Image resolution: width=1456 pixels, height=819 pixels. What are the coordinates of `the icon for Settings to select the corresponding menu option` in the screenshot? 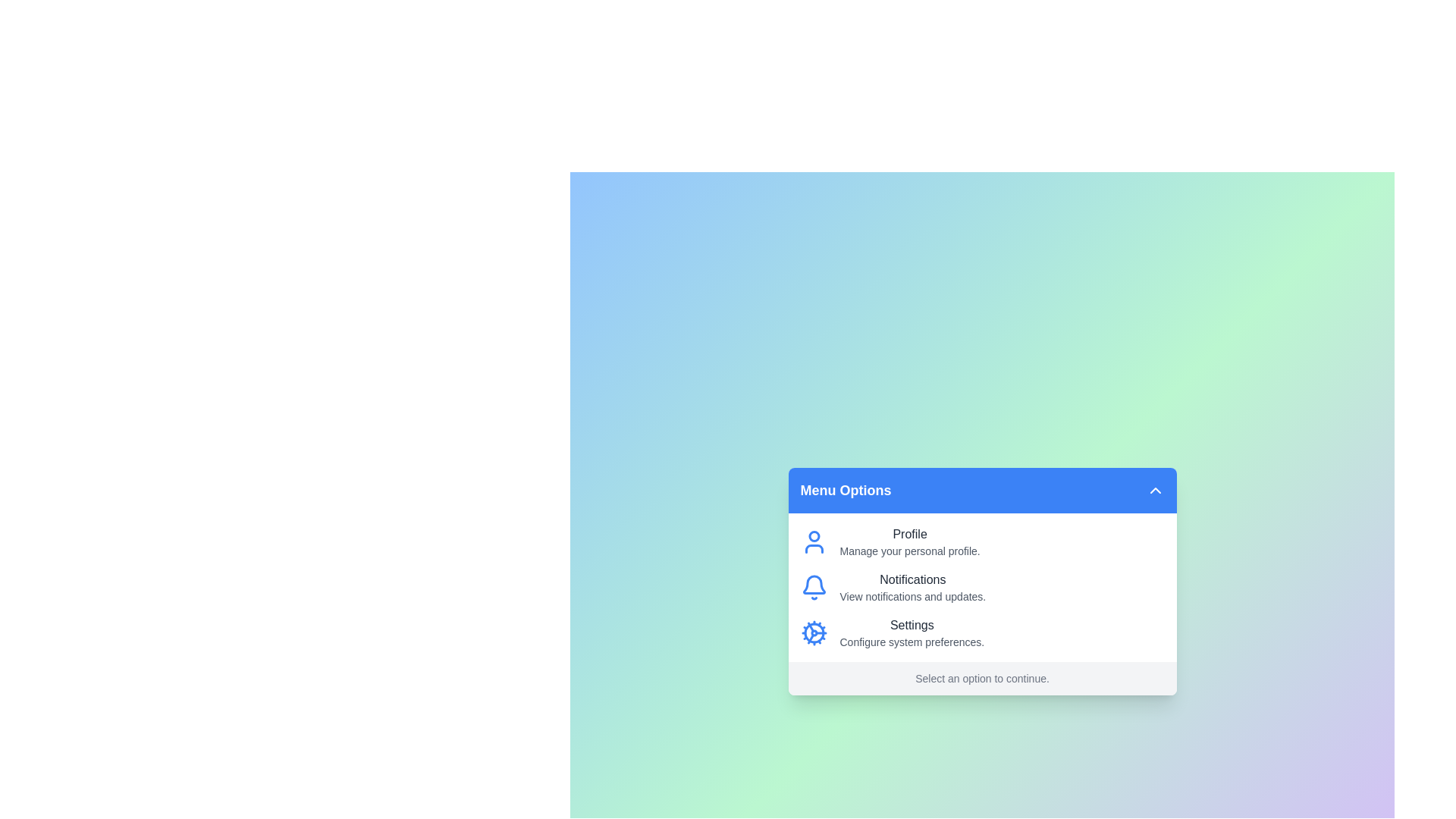 It's located at (813, 632).